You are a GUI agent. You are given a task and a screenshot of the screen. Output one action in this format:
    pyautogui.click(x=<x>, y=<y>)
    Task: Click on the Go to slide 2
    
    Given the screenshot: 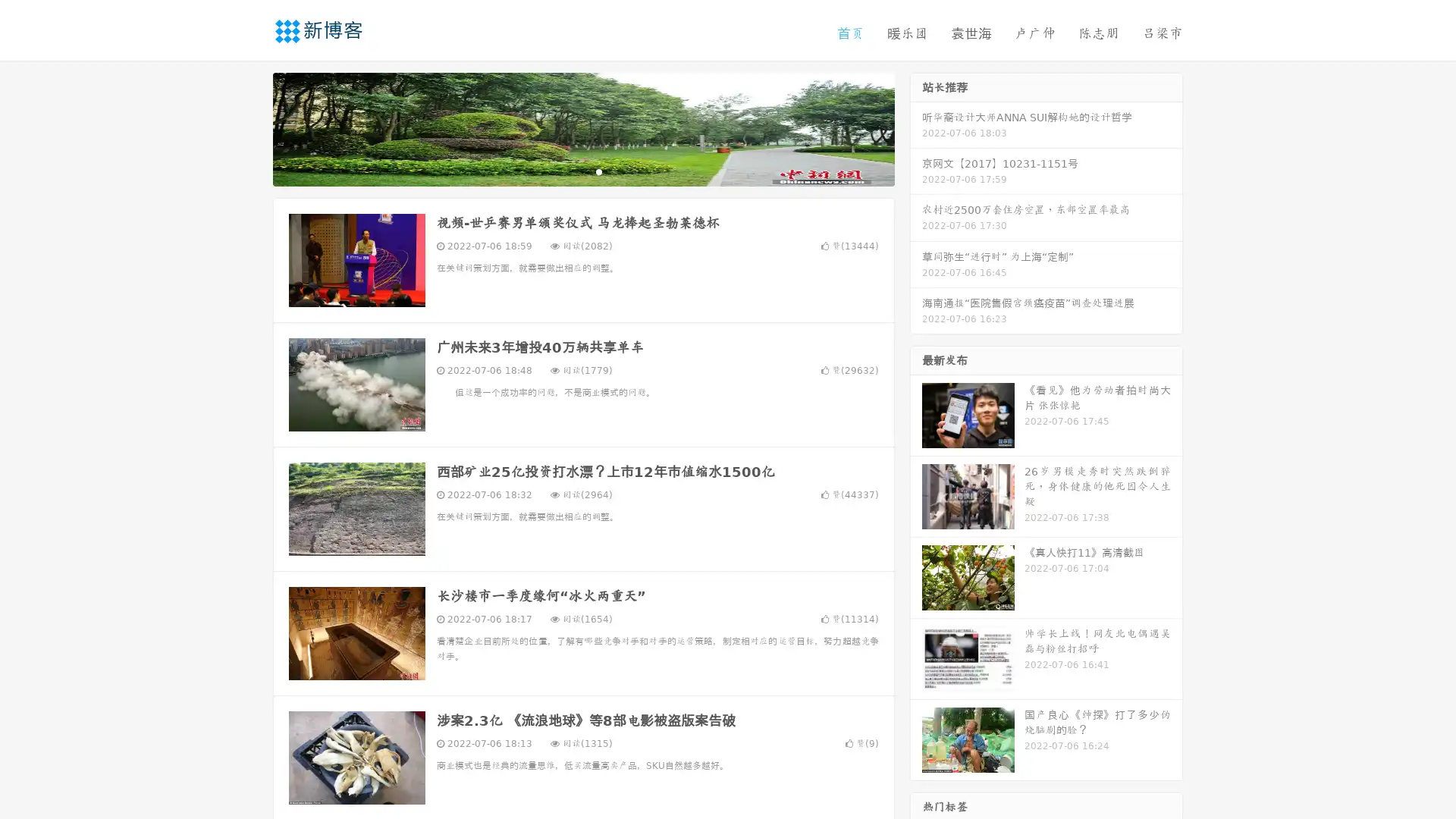 What is the action you would take?
    pyautogui.click(x=582, y=171)
    